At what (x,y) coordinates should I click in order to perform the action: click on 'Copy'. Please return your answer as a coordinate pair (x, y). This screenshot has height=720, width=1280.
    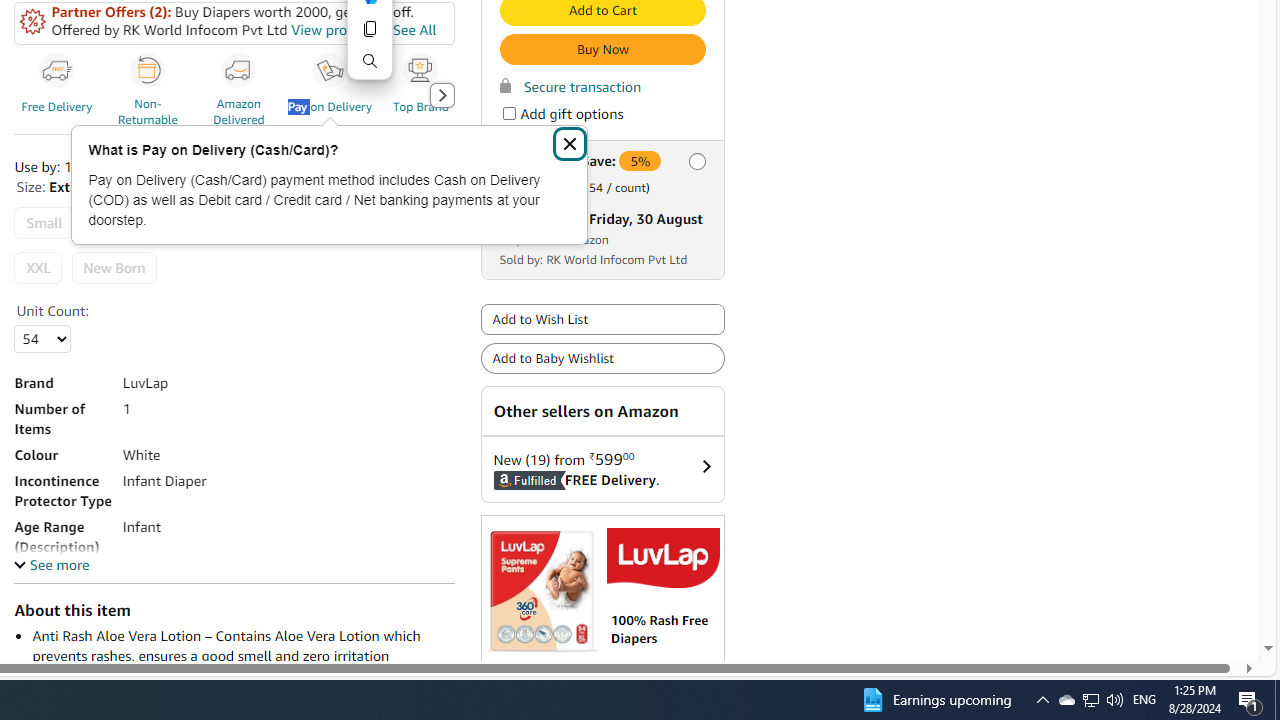
    Looking at the image, I should click on (369, 28).